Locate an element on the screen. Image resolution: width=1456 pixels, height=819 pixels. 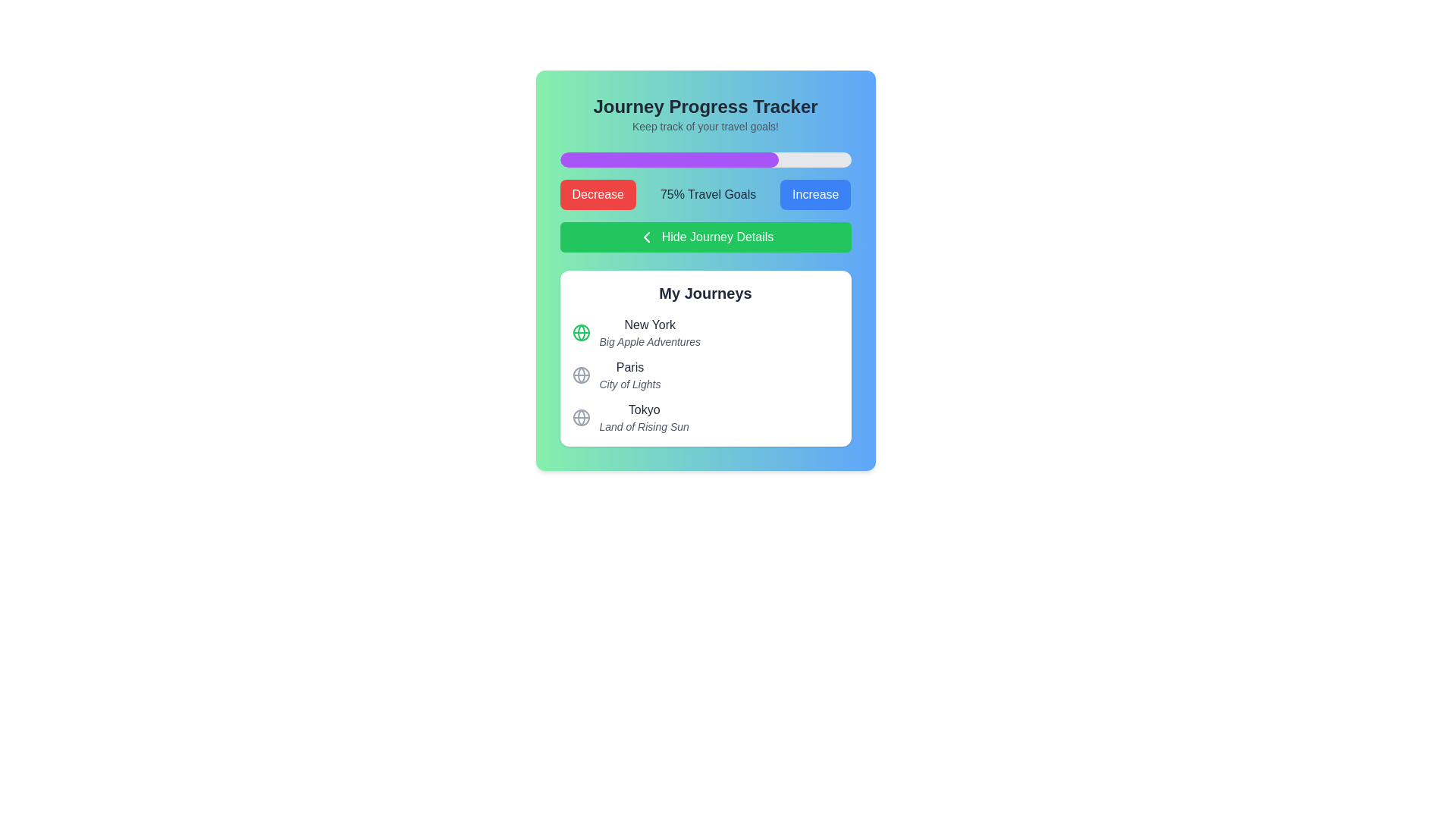
the descriptive subtitle text label located below 'Paris' in the 'My Journeys' section, which provides additional context about the city is located at coordinates (629, 383).